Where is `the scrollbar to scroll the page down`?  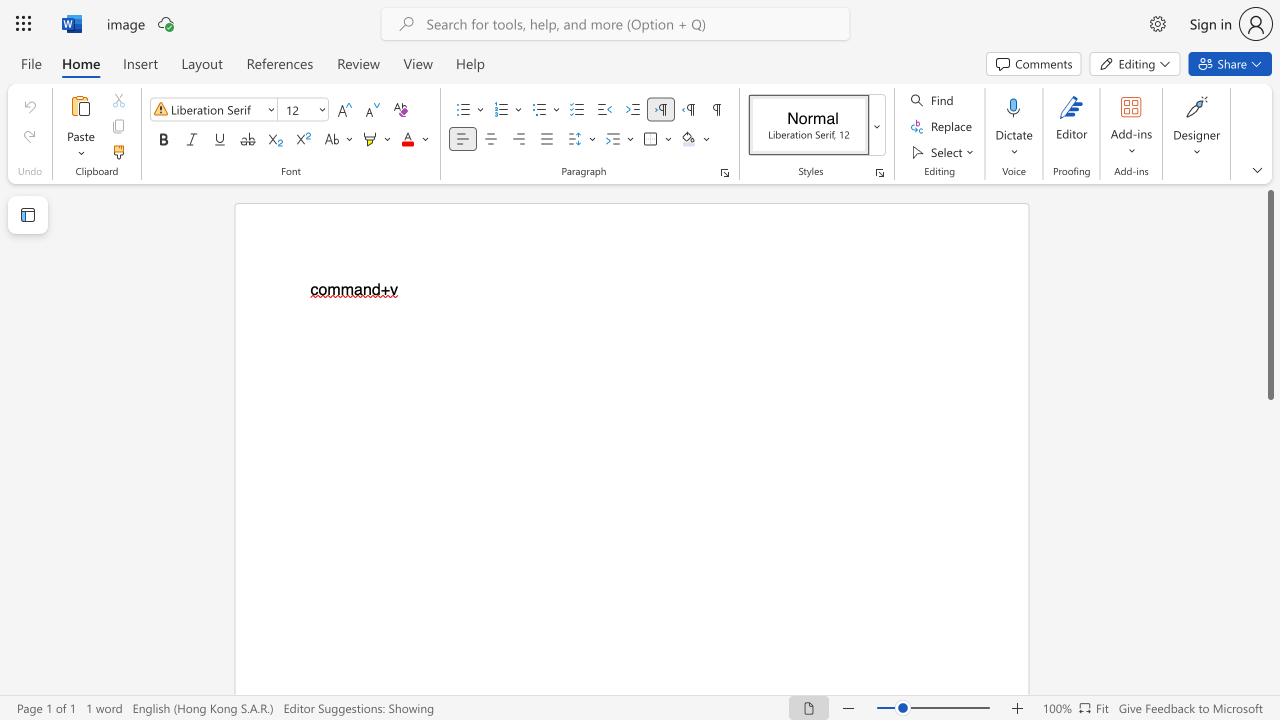
the scrollbar to scroll the page down is located at coordinates (1269, 640).